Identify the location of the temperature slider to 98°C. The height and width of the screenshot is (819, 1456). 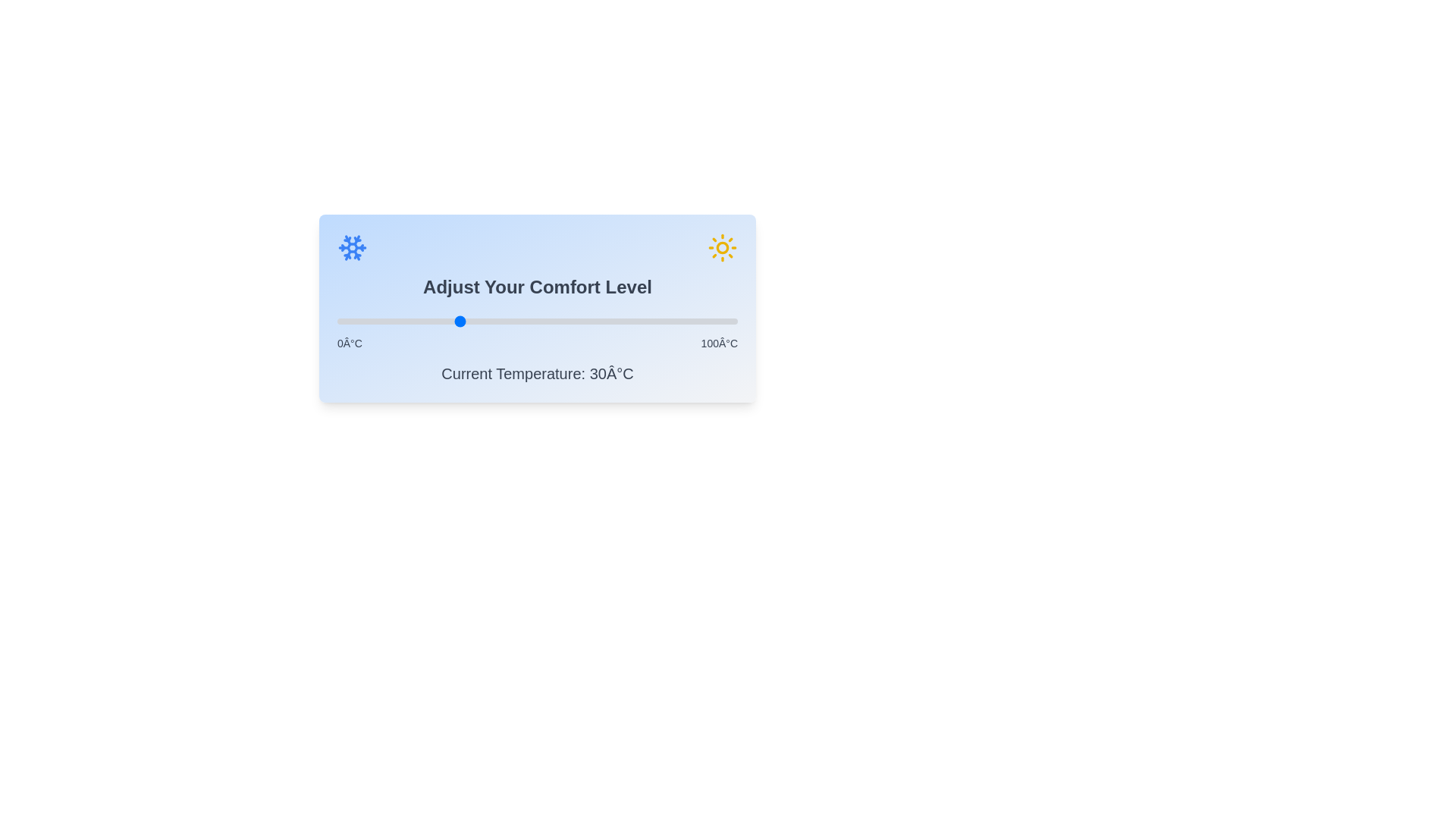
(730, 321).